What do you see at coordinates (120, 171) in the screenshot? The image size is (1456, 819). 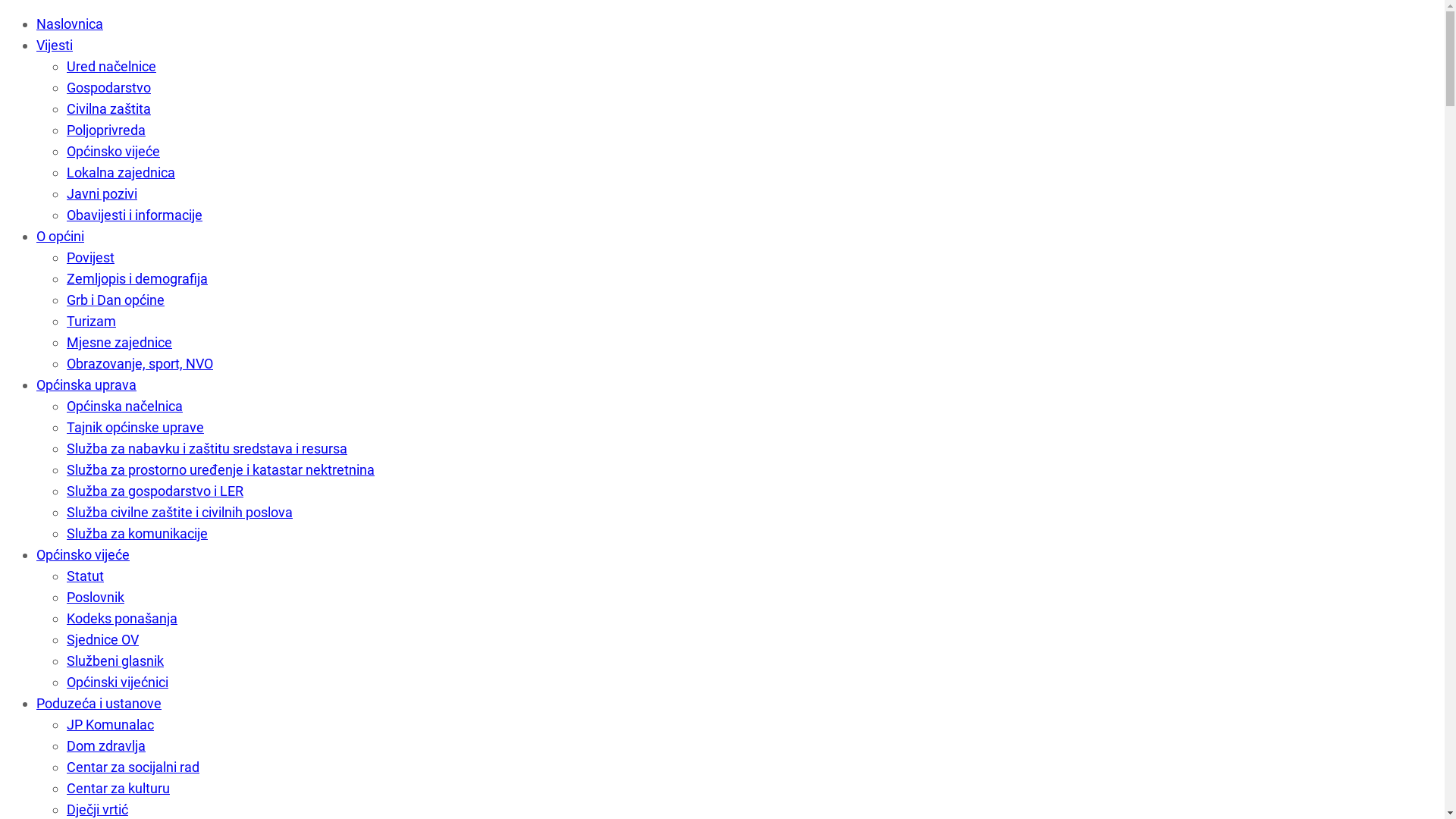 I see `'Lokalna zajednica'` at bounding box center [120, 171].